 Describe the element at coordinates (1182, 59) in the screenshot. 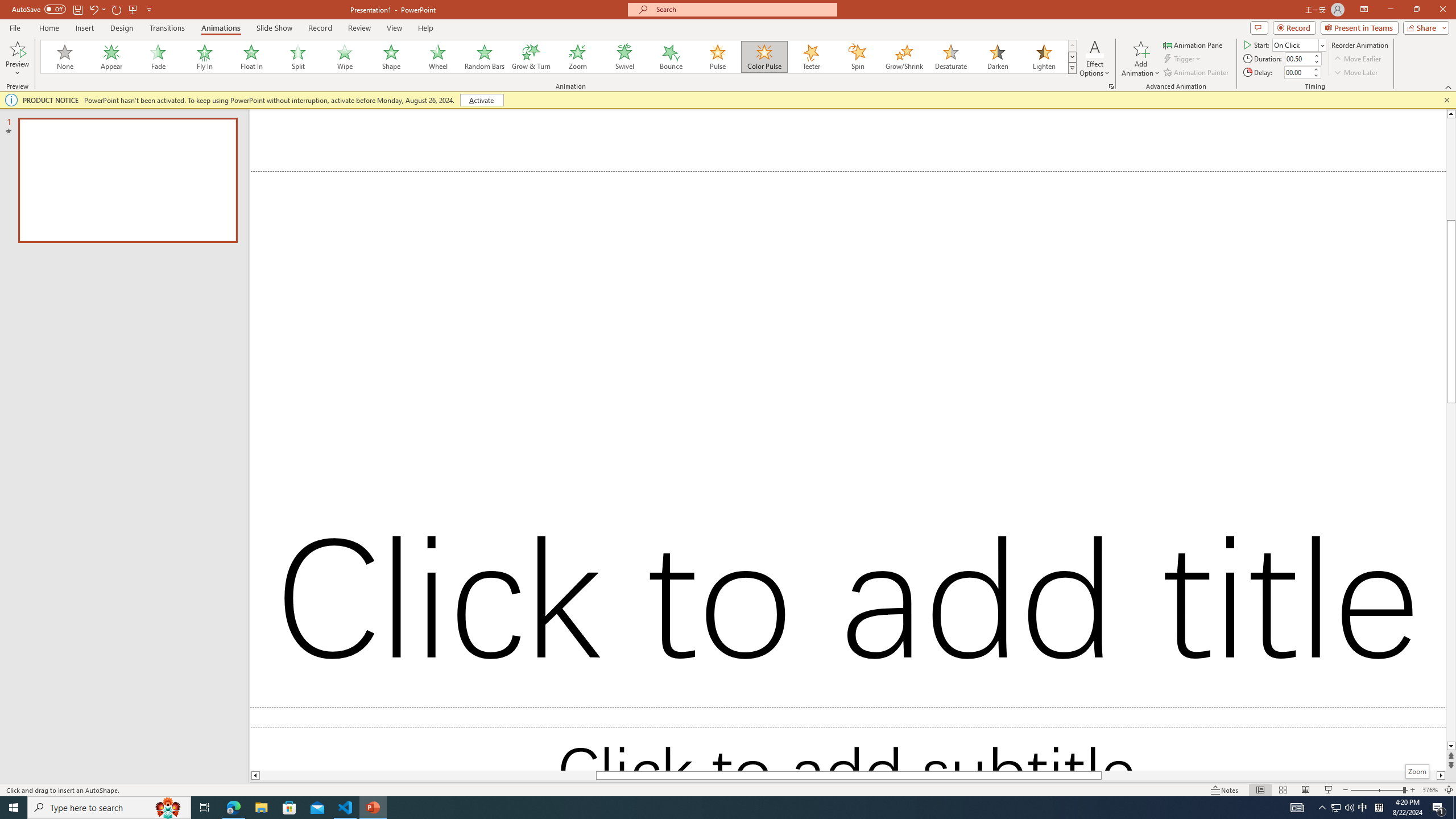

I see `'Trigger'` at that location.